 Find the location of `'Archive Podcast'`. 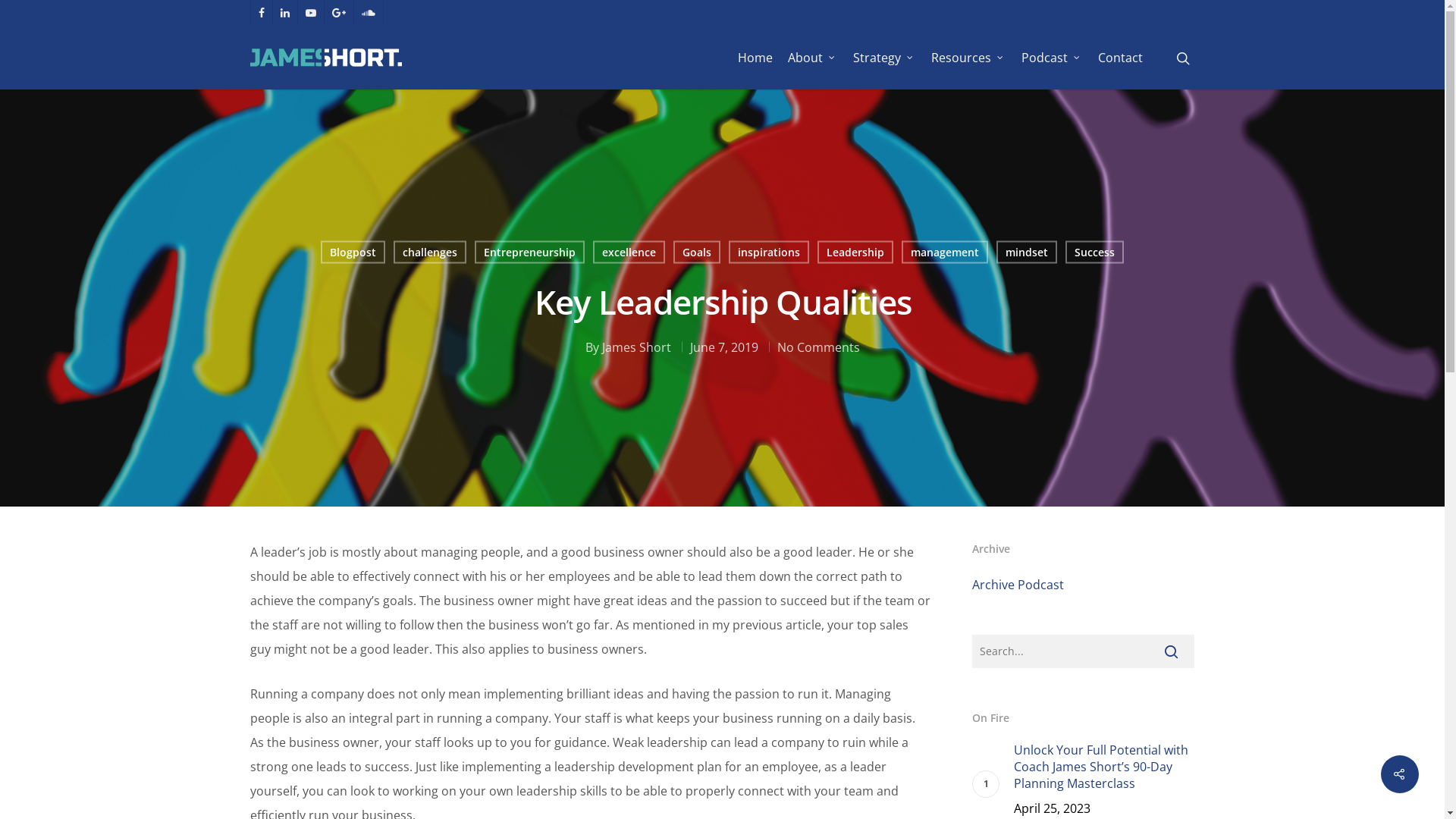

'Archive Podcast' is located at coordinates (1018, 584).